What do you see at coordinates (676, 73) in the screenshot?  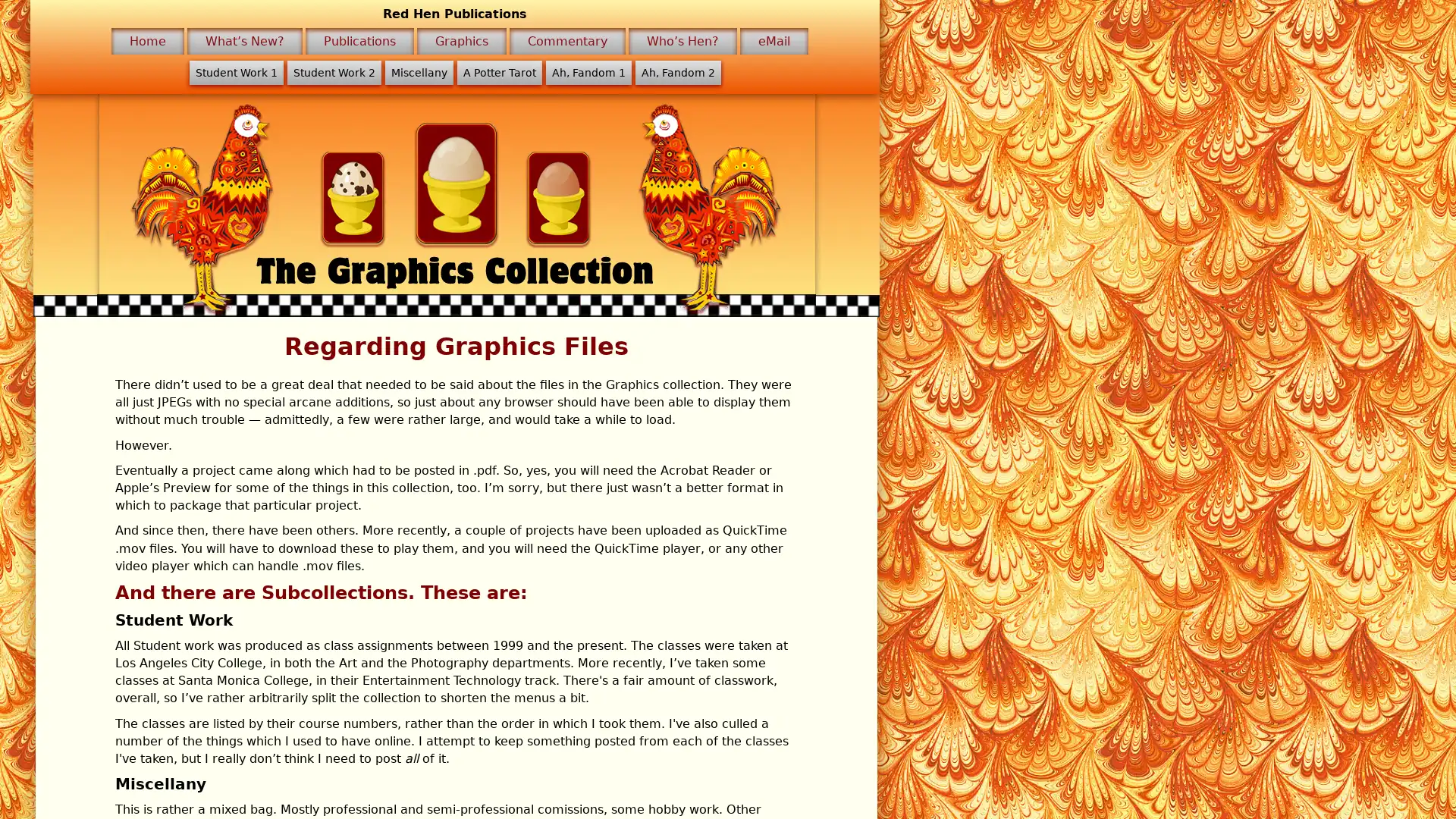 I see `Ah, Fandom 2` at bounding box center [676, 73].